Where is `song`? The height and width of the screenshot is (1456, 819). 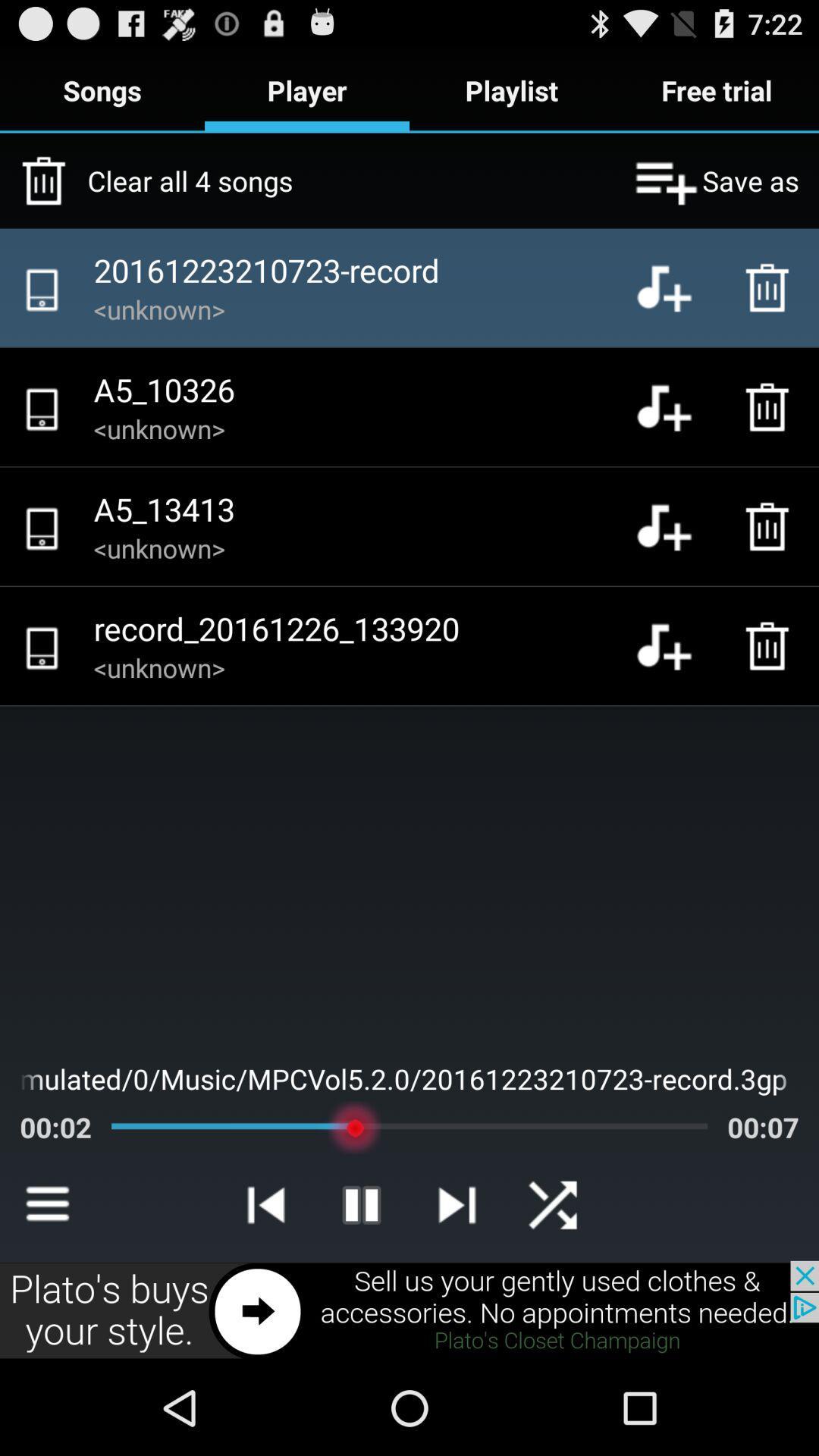 song is located at coordinates (675, 645).